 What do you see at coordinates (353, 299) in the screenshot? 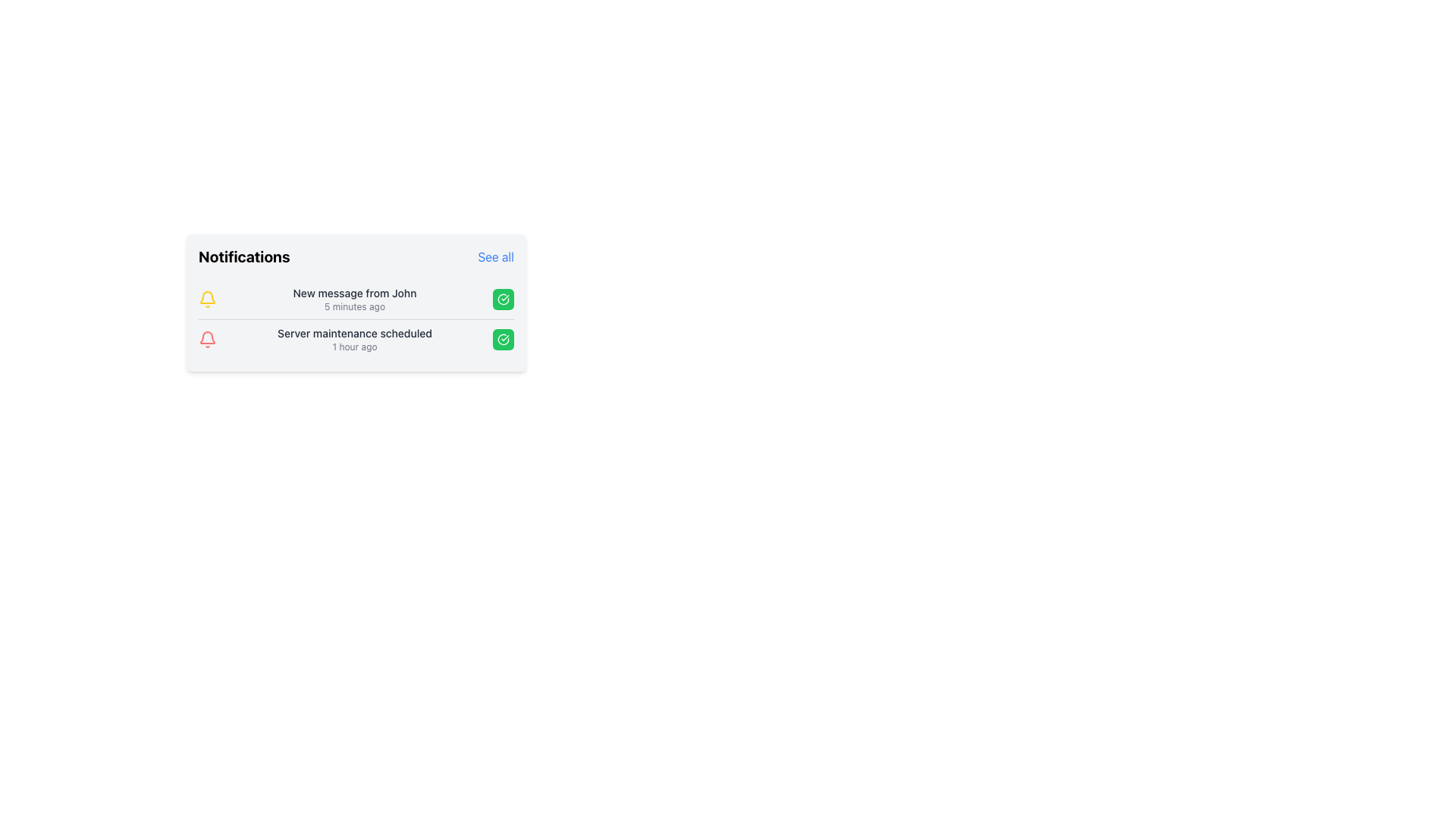
I see `the notification entry displaying 'New message from John' with the timestamp '5 minutes ago', which is the first notification in the vertical list` at bounding box center [353, 299].